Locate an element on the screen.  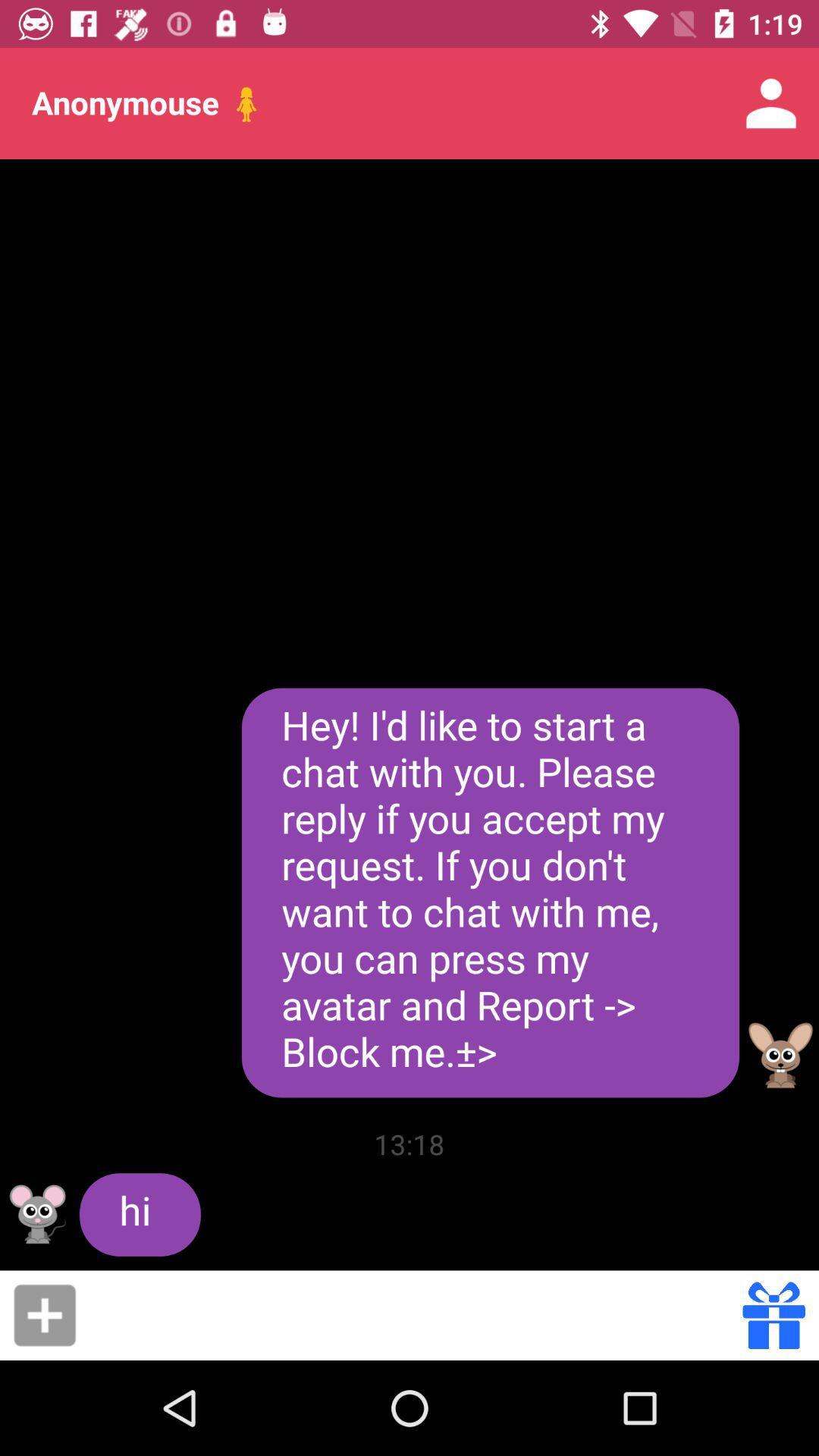
share the message is located at coordinates (414, 1314).